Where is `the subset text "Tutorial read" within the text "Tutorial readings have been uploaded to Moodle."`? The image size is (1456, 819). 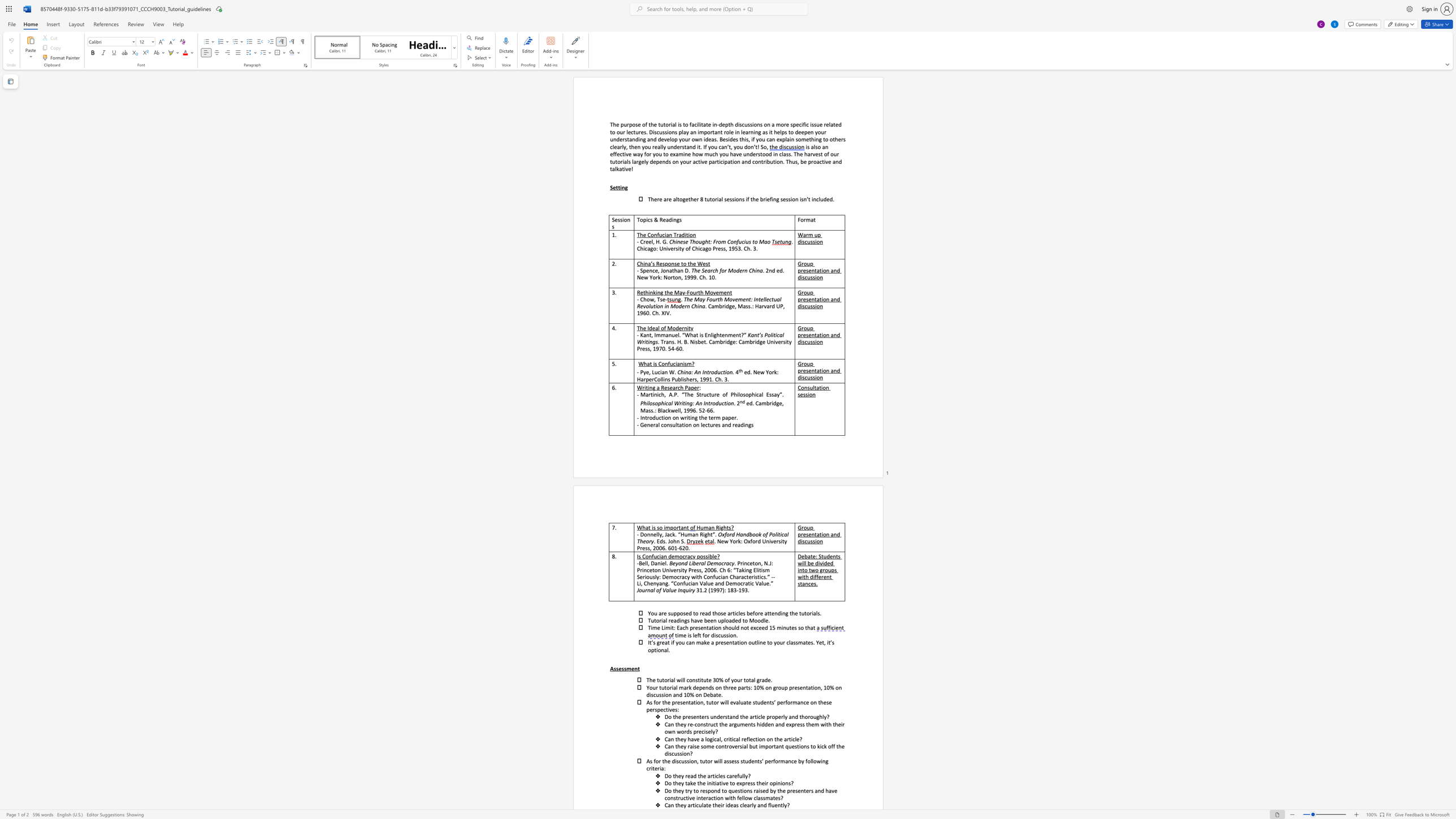
the subset text "Tutorial read" within the text "Tutorial readings have been uploaded to Moodle." is located at coordinates (647, 619).